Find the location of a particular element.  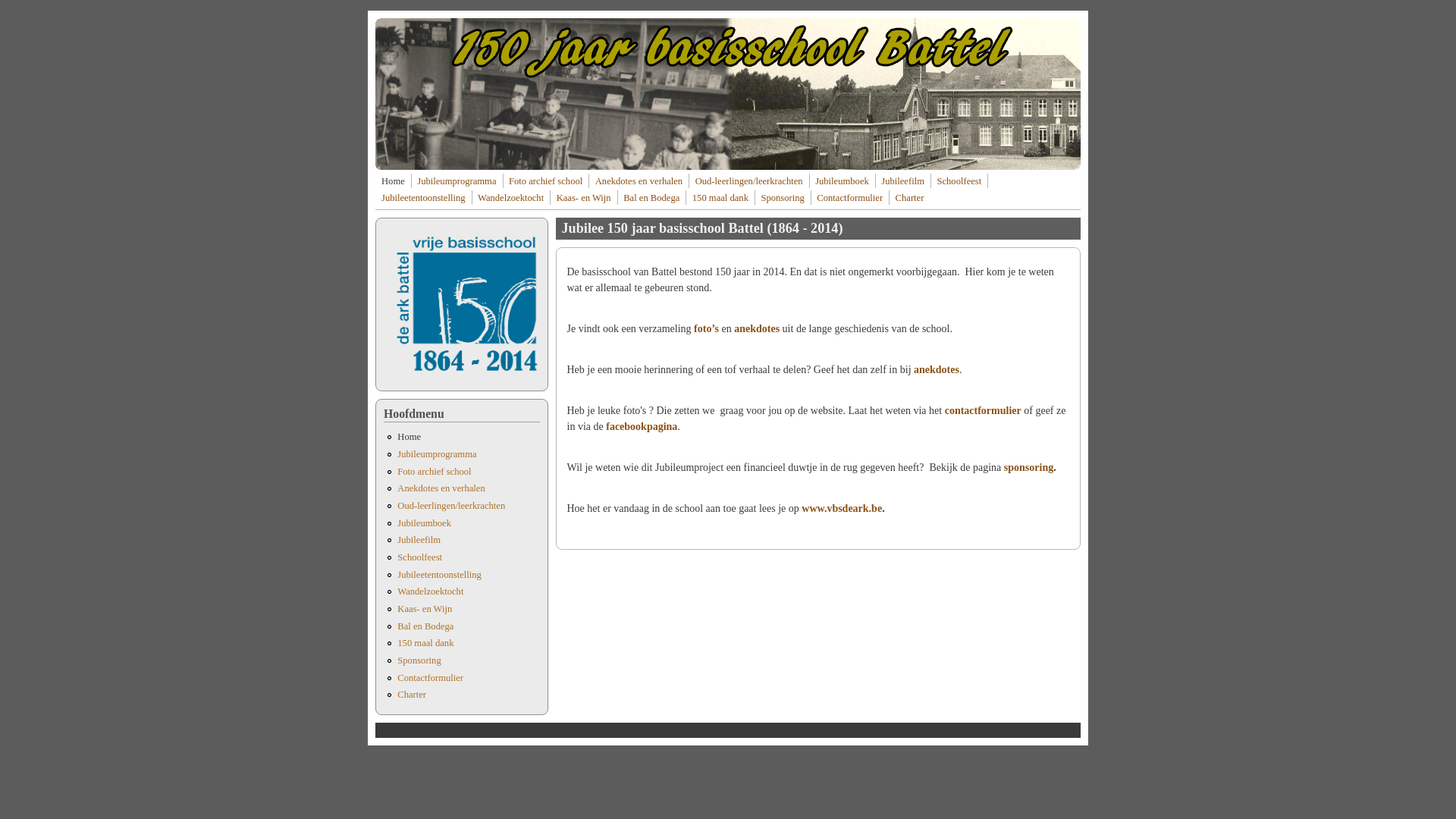

'Kaas- en Wijn' is located at coordinates (397, 607).